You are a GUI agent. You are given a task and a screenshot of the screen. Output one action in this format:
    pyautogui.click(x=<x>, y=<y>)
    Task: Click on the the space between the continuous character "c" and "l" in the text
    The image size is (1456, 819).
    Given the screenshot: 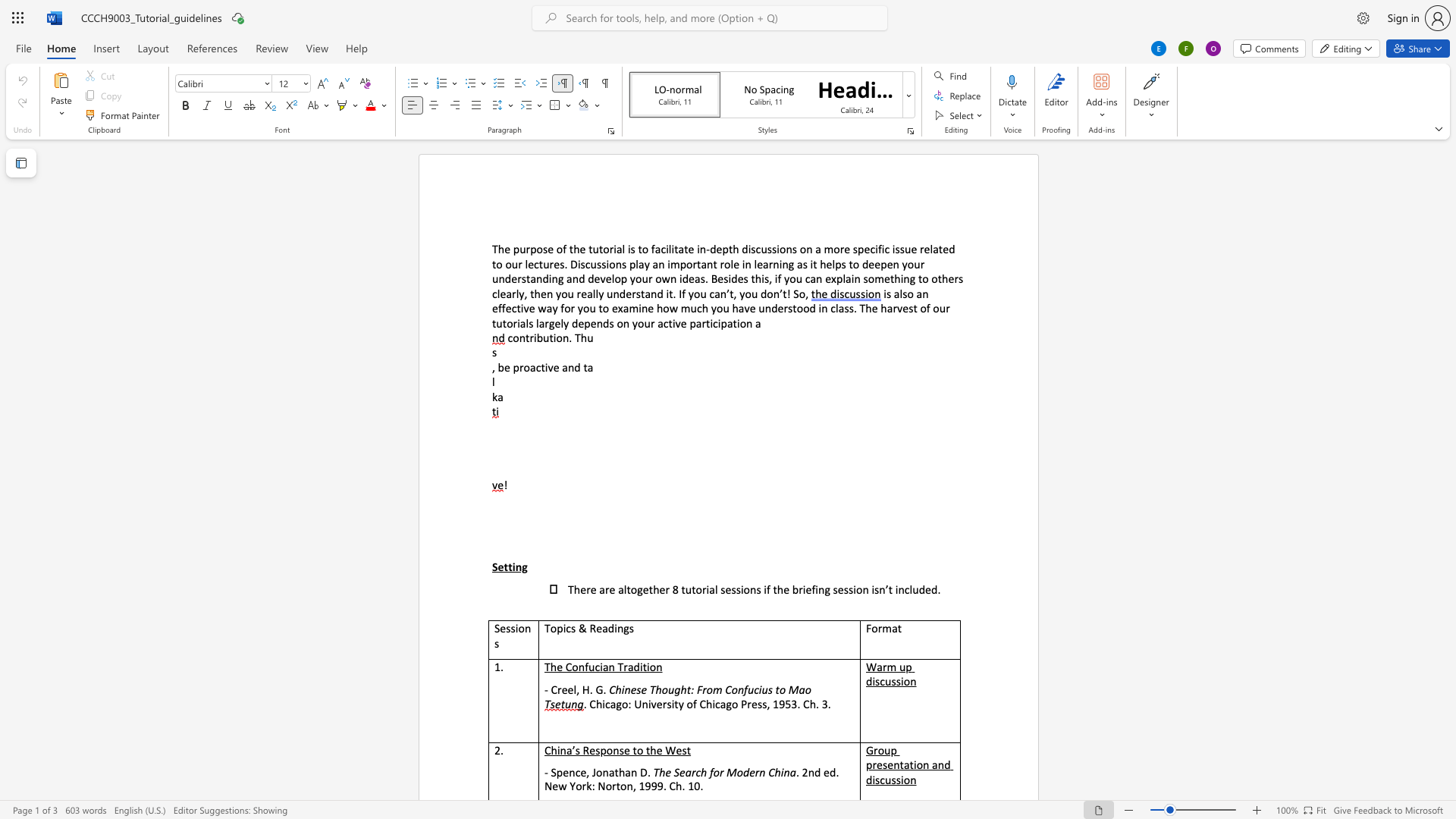 What is the action you would take?
    pyautogui.click(x=908, y=588)
    